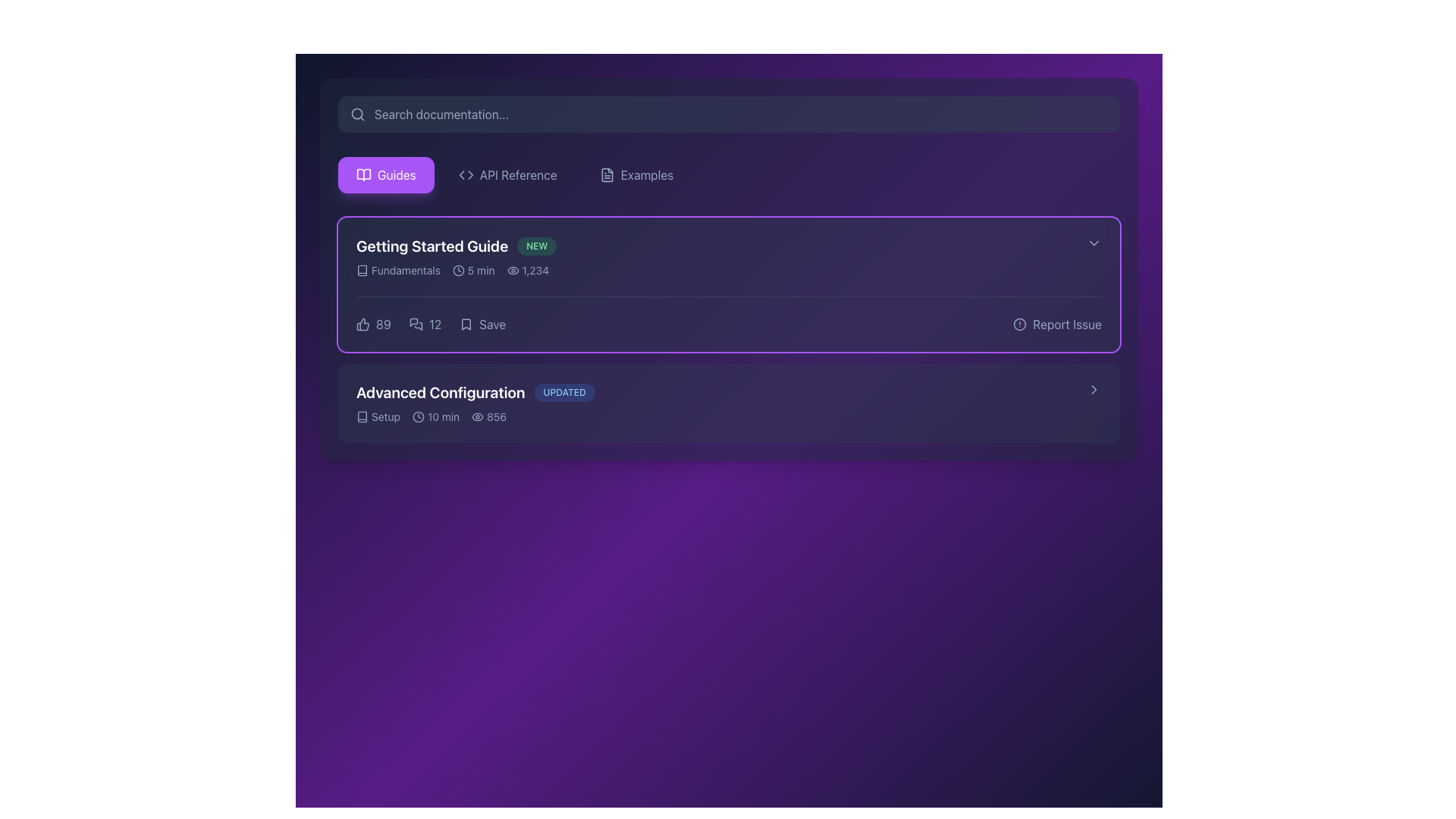 The height and width of the screenshot is (819, 1456). Describe the element at coordinates (480, 270) in the screenshot. I see `the text label displaying '5 min' which is styled with a clean sans-serif font and is located in the top card section of the interface titled 'Getting Started Guide'. It is positioned to the right of a clock icon, making it the second item in the sequence` at that location.